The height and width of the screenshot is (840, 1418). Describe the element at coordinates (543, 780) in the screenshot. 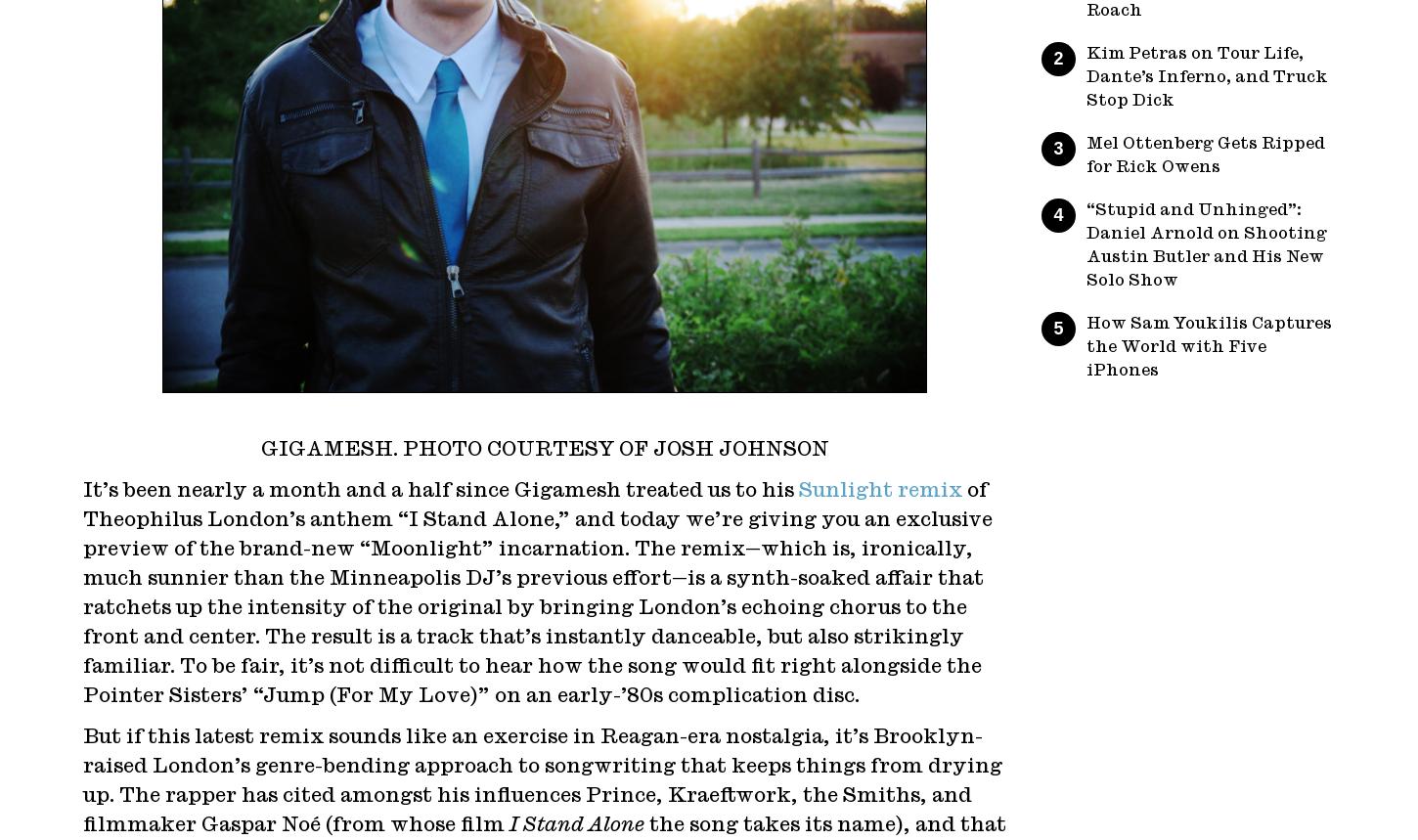

I see `'But if this latest remix sounds like an exercise in Reagan-era nostalgia, it’s Brooklyn-raised London’s genre-bending approach to songwriting that keeps things from drying up. The rapper has cited amongst his influences Prince, Kraeftwork, the Smiths, and filmmaker Gaspar Noé (from whose film'` at that location.